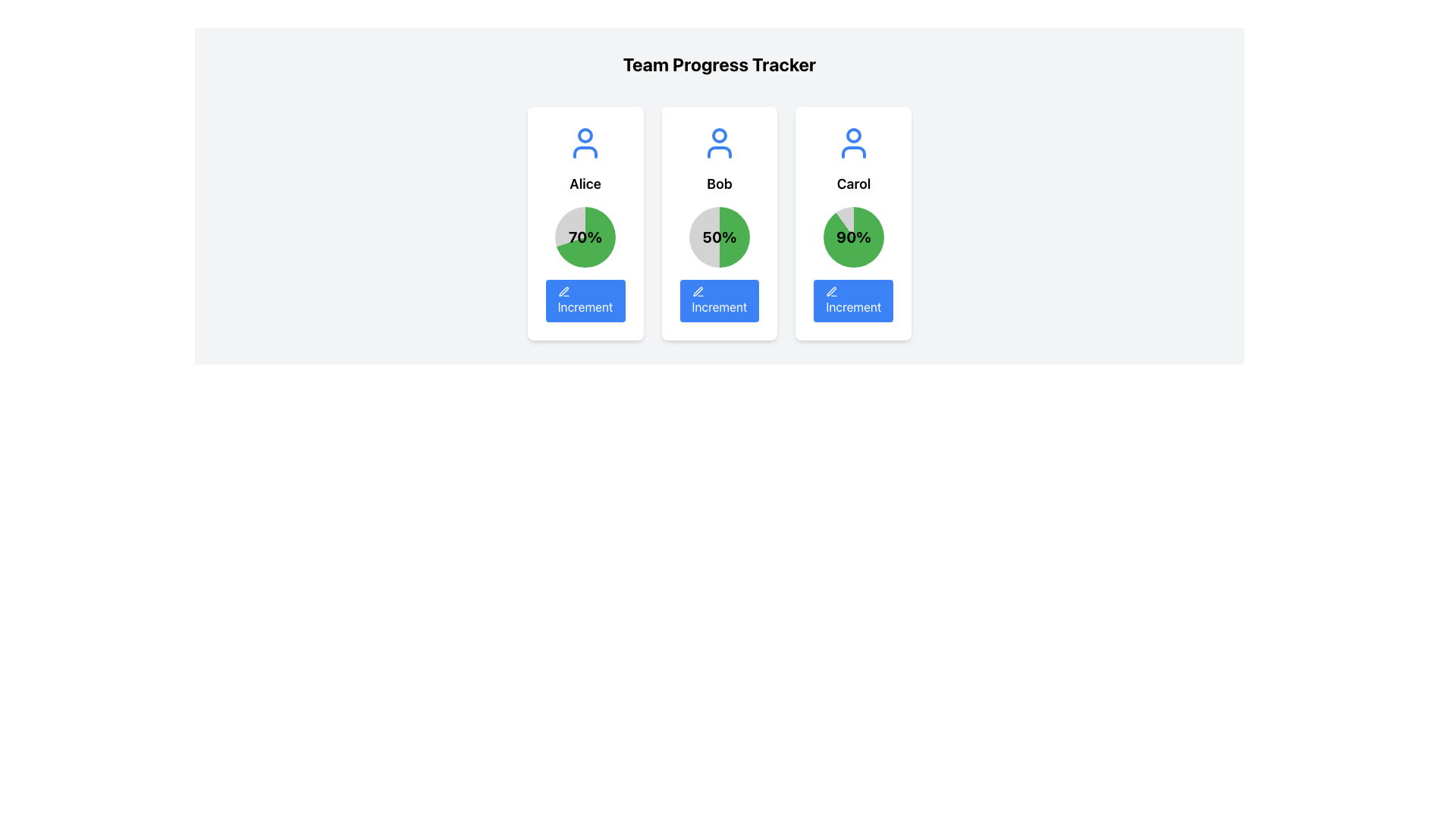 Image resolution: width=1456 pixels, height=819 pixels. Describe the element at coordinates (697, 291) in the screenshot. I see `the stylized pen or pencil icon within the blue 'Increment' button located under the card labeled 'Bob'` at that location.